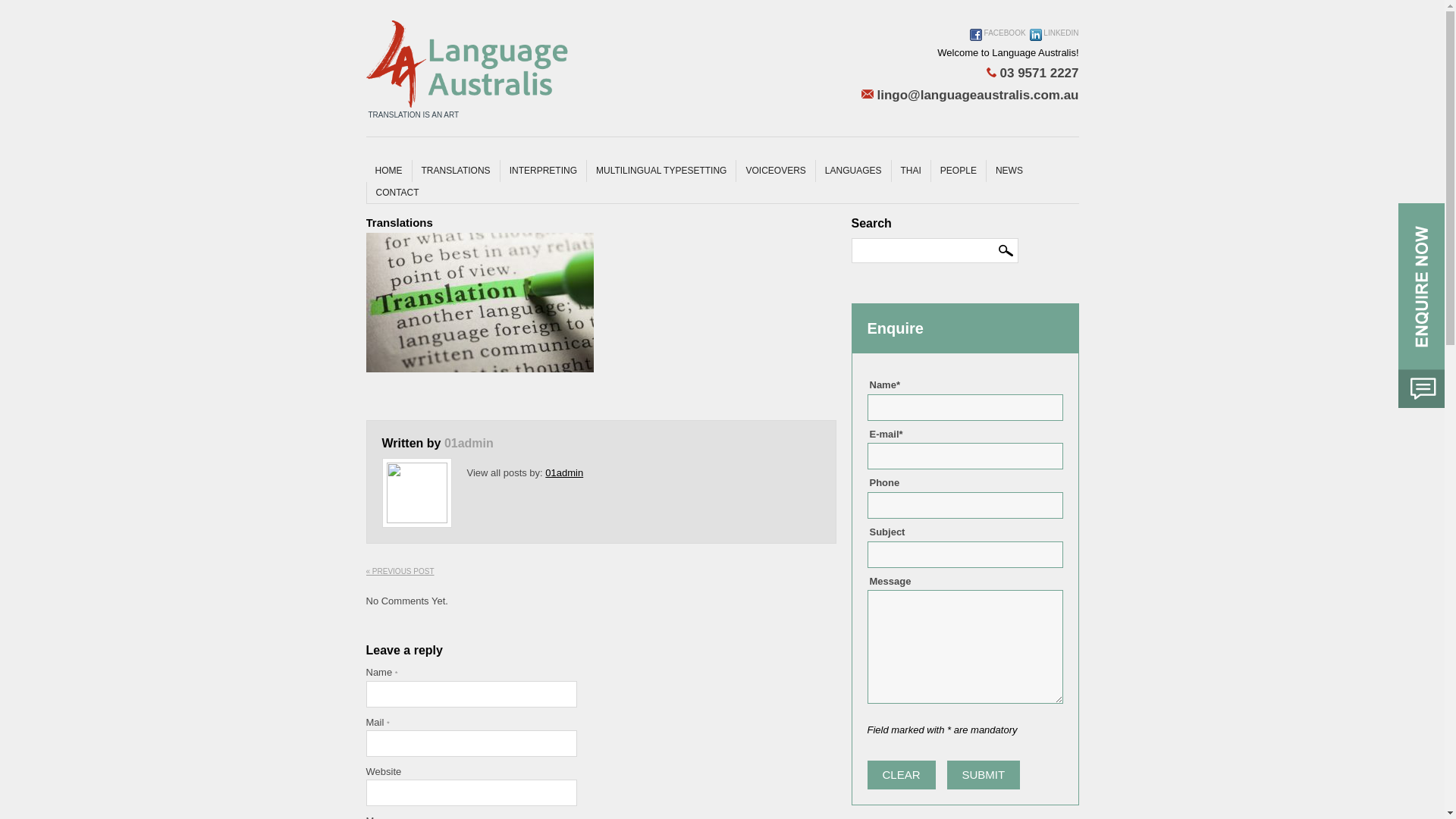 The height and width of the screenshot is (819, 1456). What do you see at coordinates (365, 192) in the screenshot?
I see `'CONTACT'` at bounding box center [365, 192].